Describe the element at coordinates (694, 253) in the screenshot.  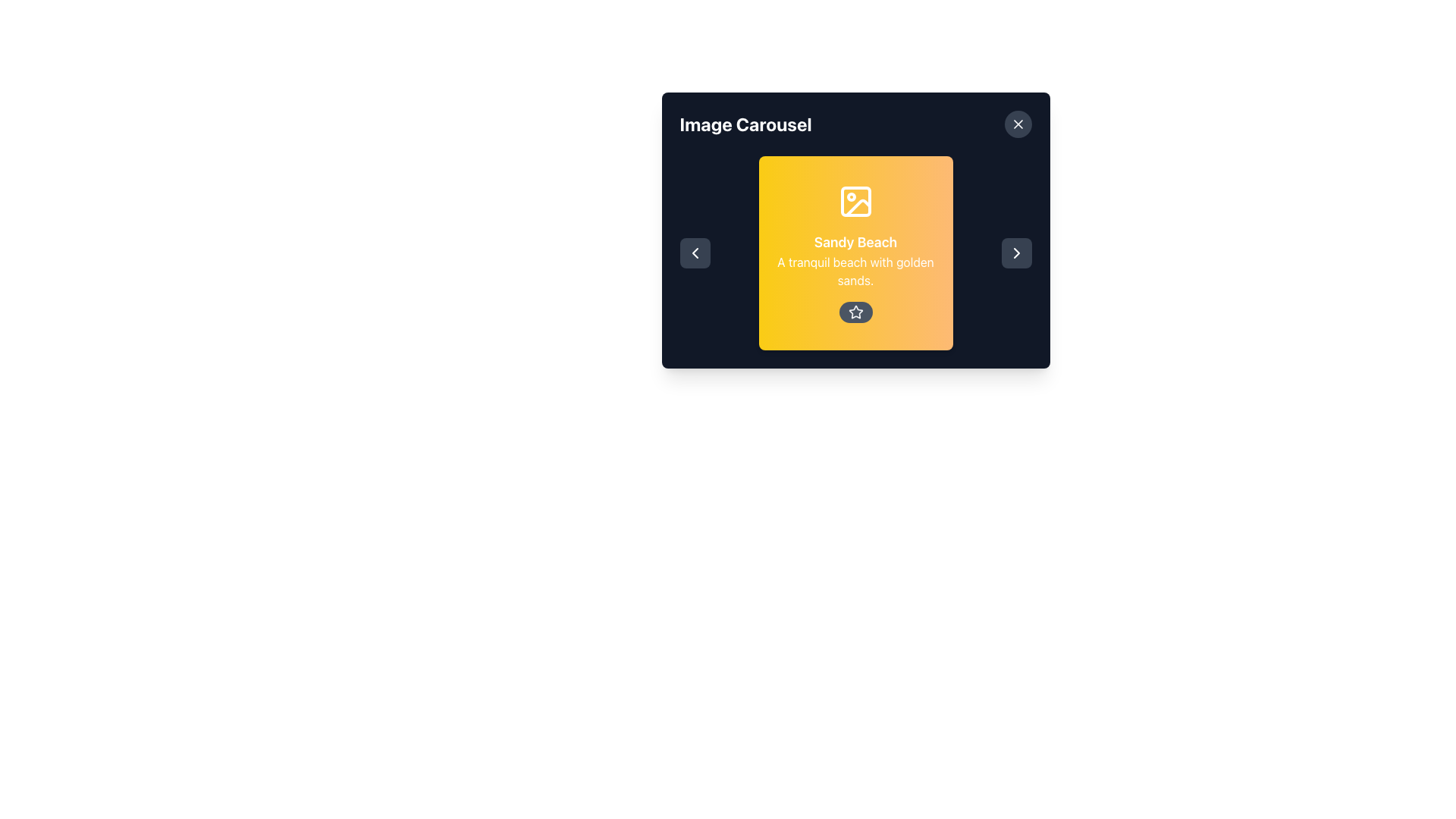
I see `the leftward-pointing chevron icon located at the center of the rounded square-shaped button on the left side of the image carousel` at that location.